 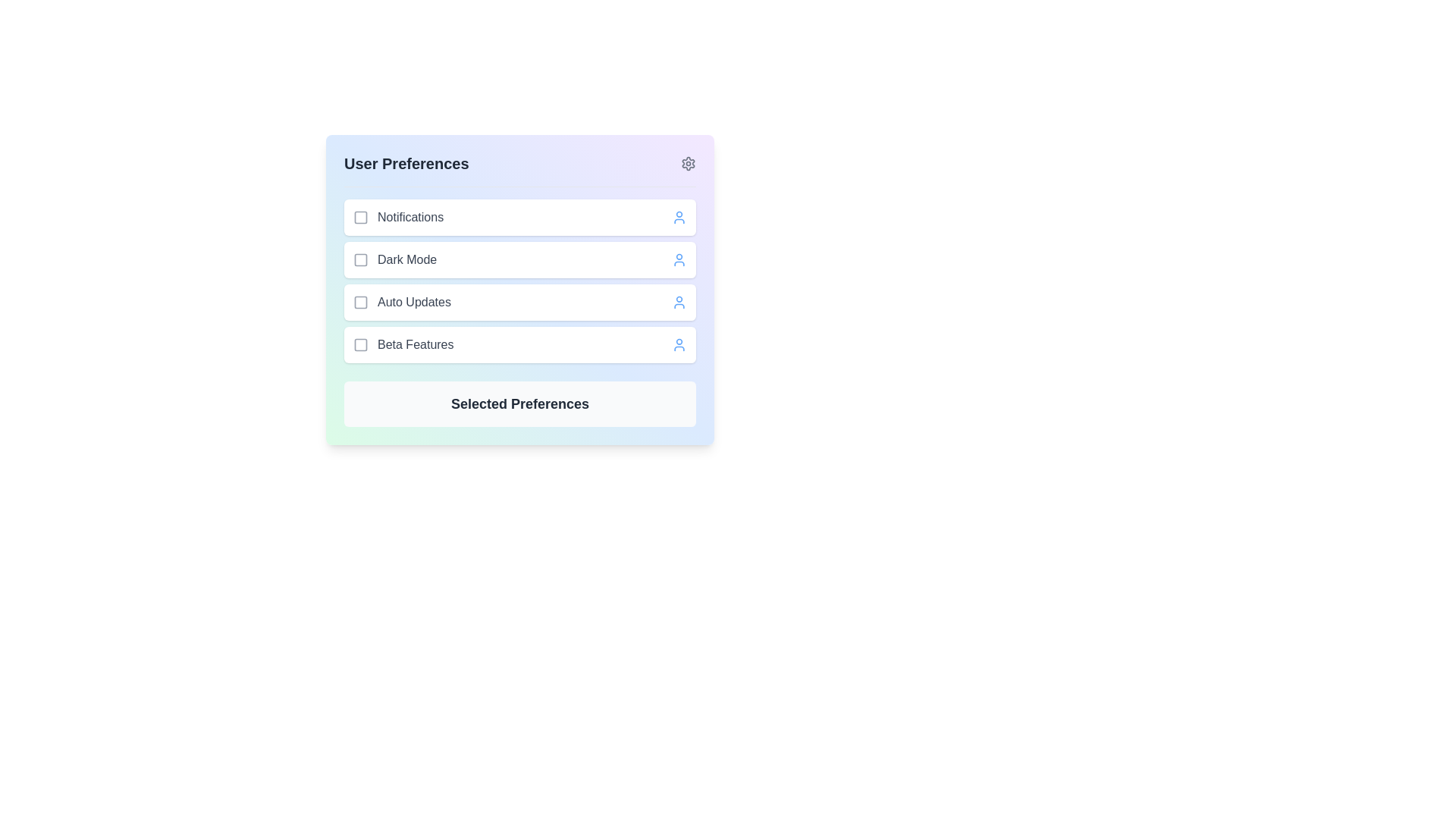 What do you see at coordinates (687, 164) in the screenshot?
I see `the cogwheel-shaped icon located in the top-right corner of the 'User Preferences' dialog box` at bounding box center [687, 164].